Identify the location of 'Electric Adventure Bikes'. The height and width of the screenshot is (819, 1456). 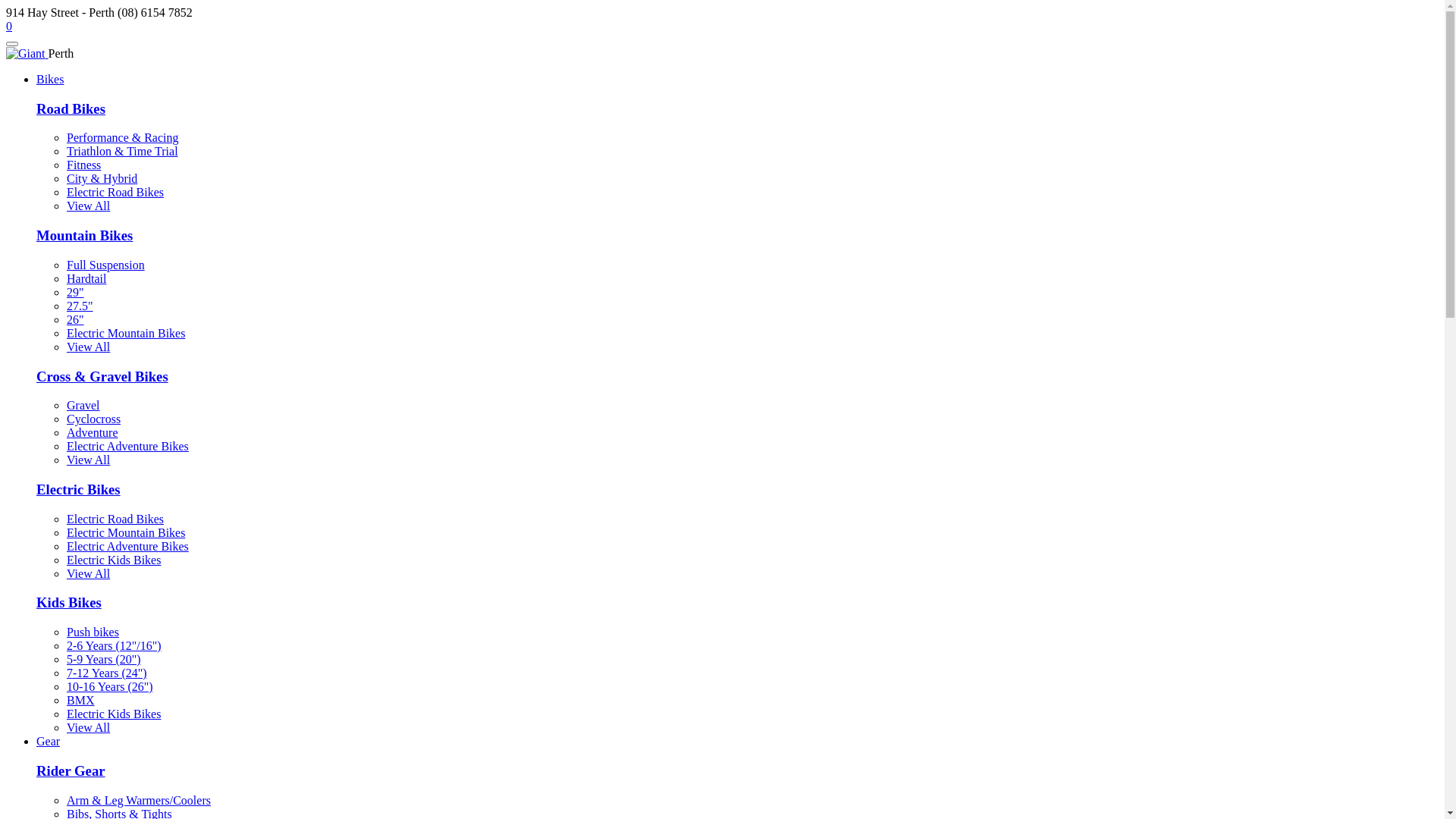
(65, 445).